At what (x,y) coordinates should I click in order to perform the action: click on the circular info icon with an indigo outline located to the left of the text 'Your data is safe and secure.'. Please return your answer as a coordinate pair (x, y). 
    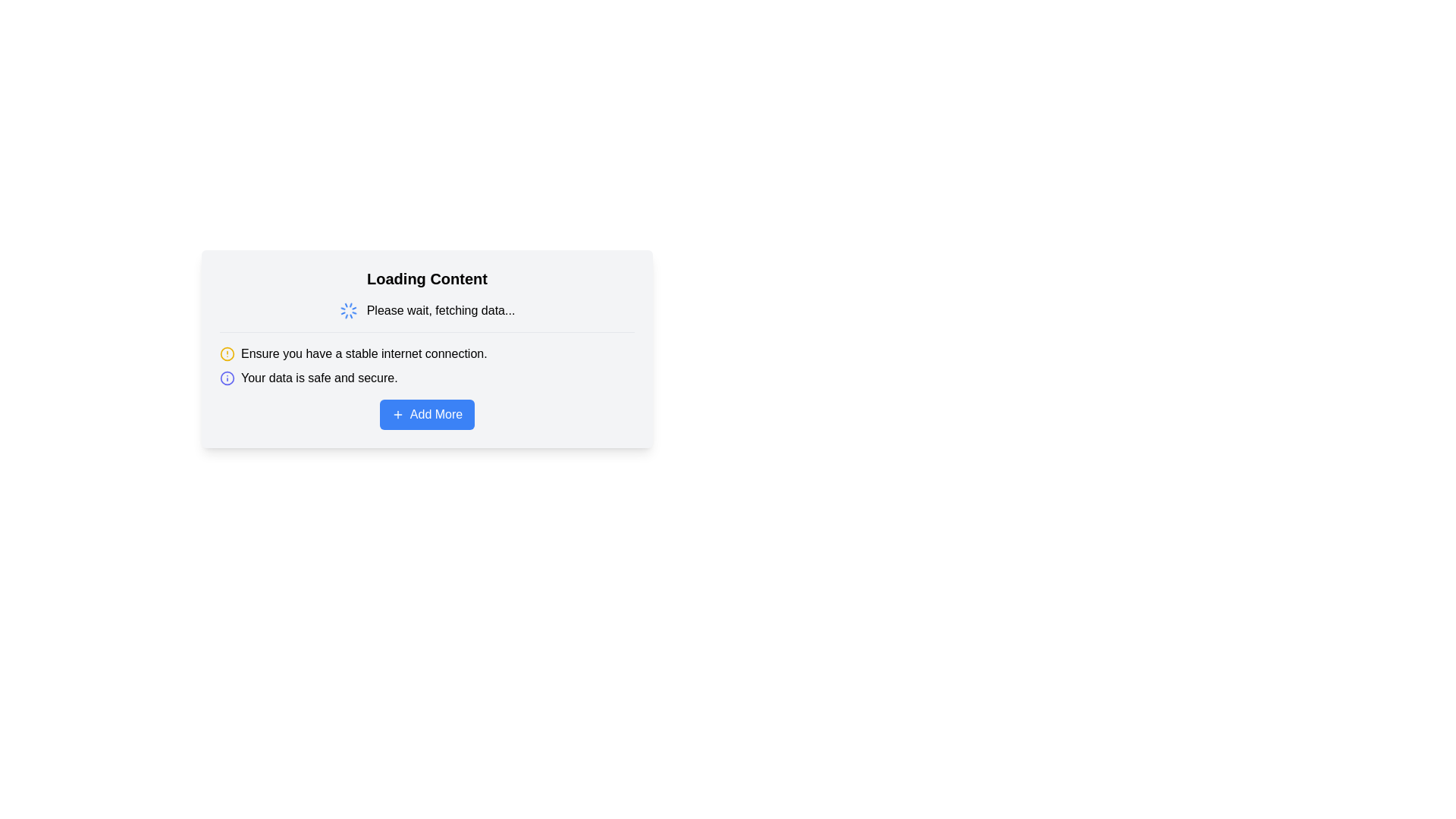
    Looking at the image, I should click on (226, 377).